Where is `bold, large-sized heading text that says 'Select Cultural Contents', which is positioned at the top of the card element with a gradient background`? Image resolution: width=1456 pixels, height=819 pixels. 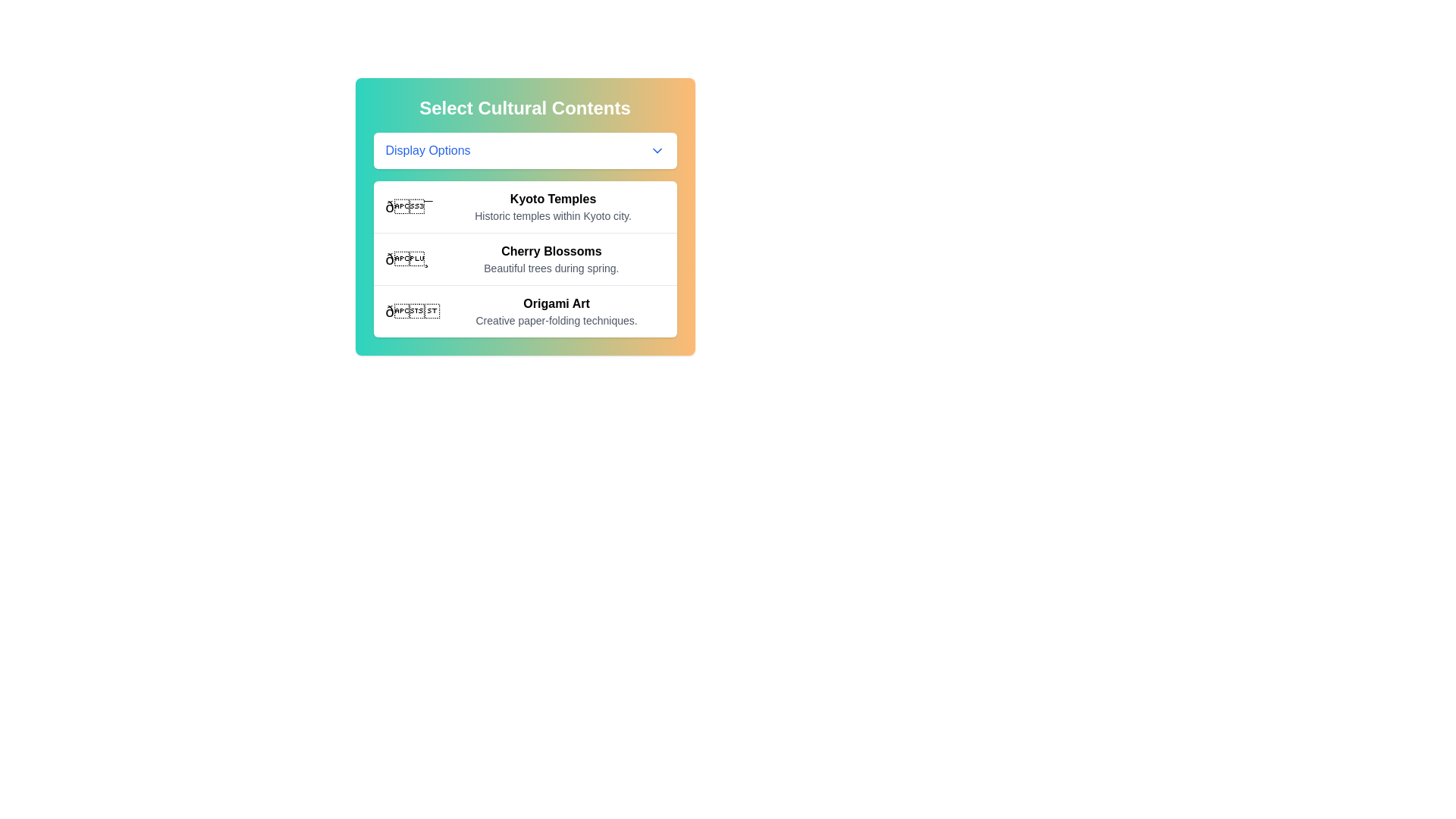 bold, large-sized heading text that says 'Select Cultural Contents', which is positioned at the top of the card element with a gradient background is located at coordinates (525, 107).